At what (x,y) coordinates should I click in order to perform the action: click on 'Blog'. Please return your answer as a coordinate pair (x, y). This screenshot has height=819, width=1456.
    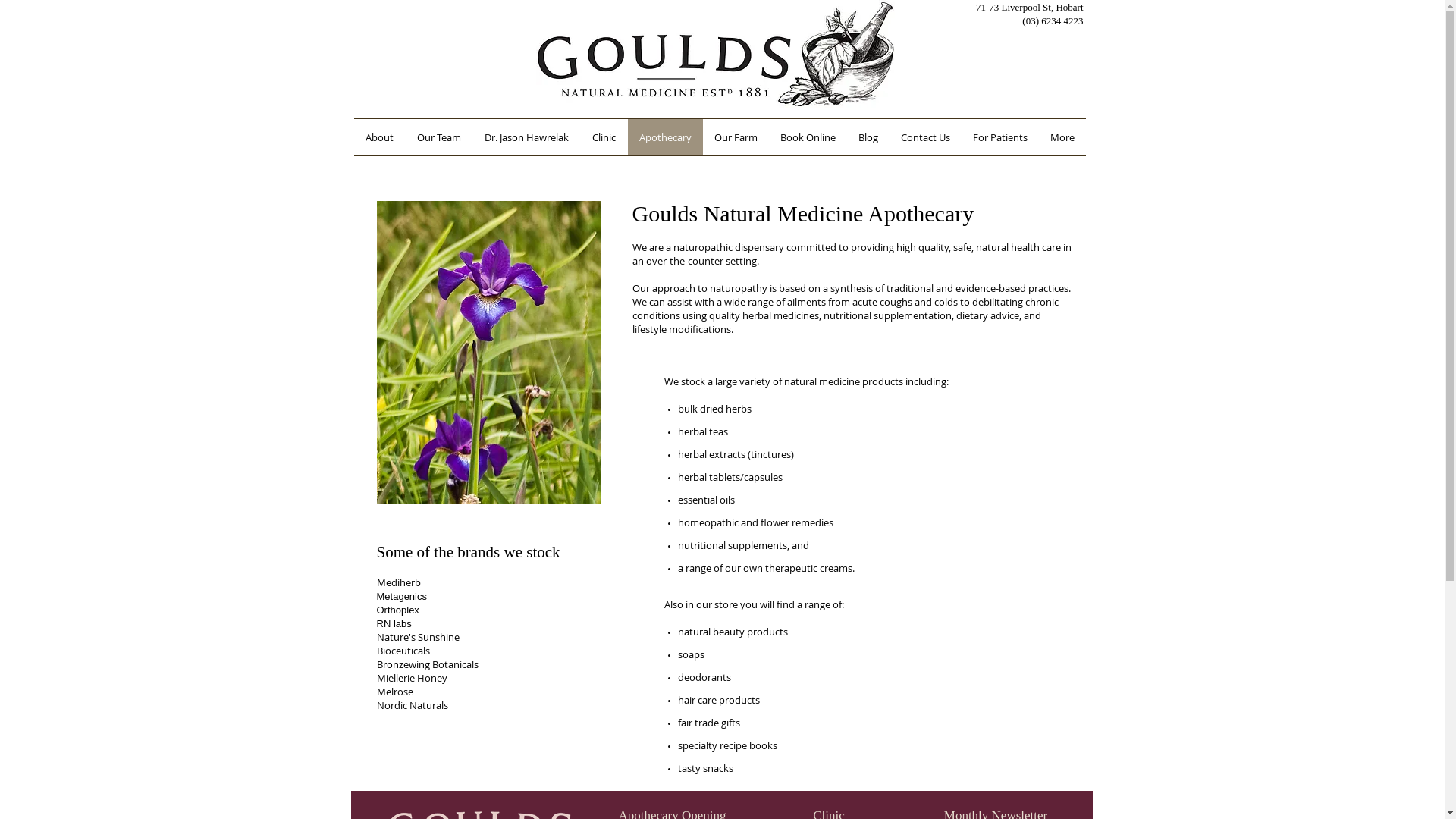
    Looking at the image, I should click on (867, 137).